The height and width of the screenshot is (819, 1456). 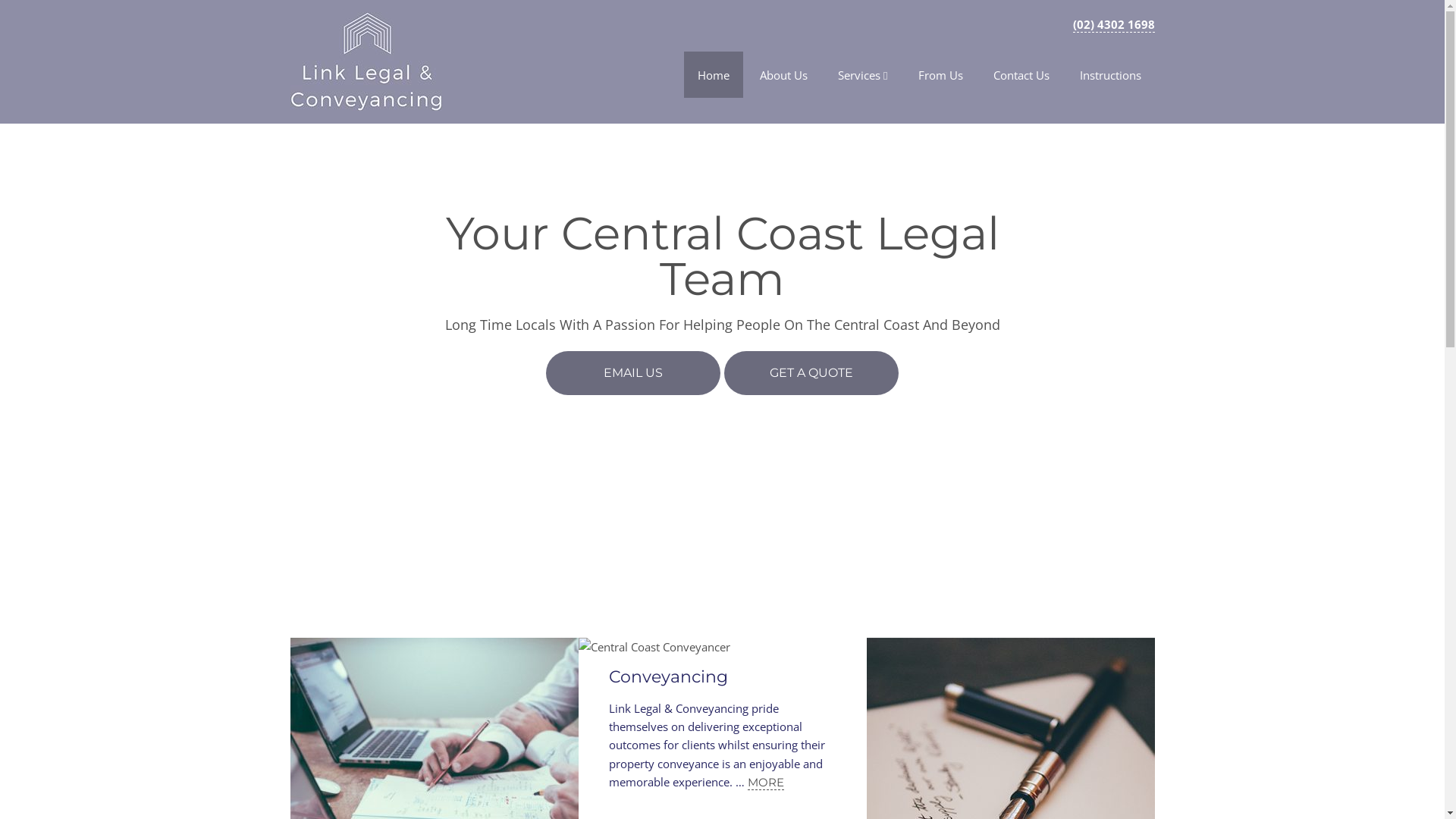 What do you see at coordinates (862, 75) in the screenshot?
I see `'Services'` at bounding box center [862, 75].